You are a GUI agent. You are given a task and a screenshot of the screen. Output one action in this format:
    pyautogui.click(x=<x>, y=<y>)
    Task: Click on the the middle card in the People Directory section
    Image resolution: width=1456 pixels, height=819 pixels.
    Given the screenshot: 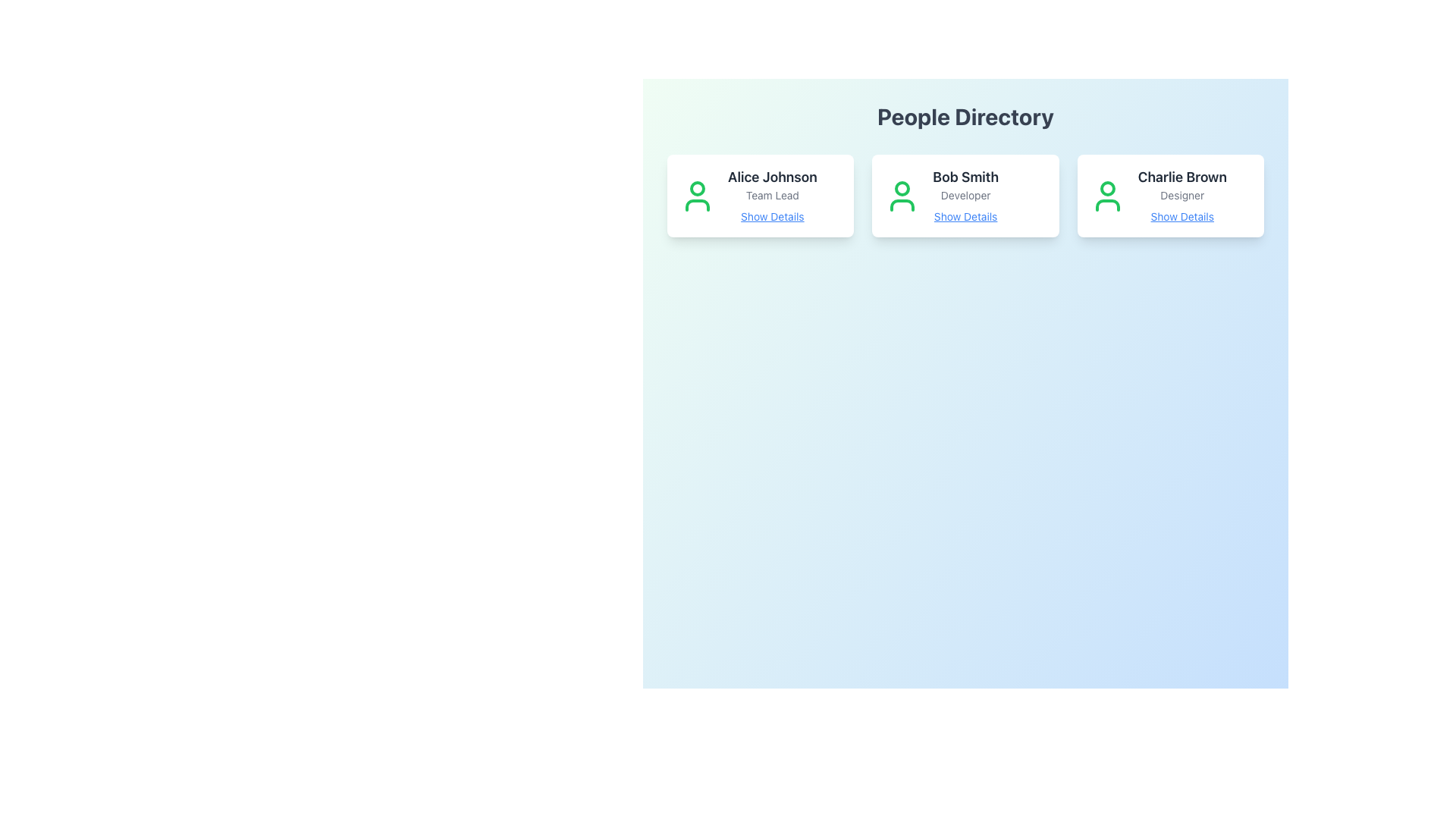 What is the action you would take?
    pyautogui.click(x=965, y=195)
    